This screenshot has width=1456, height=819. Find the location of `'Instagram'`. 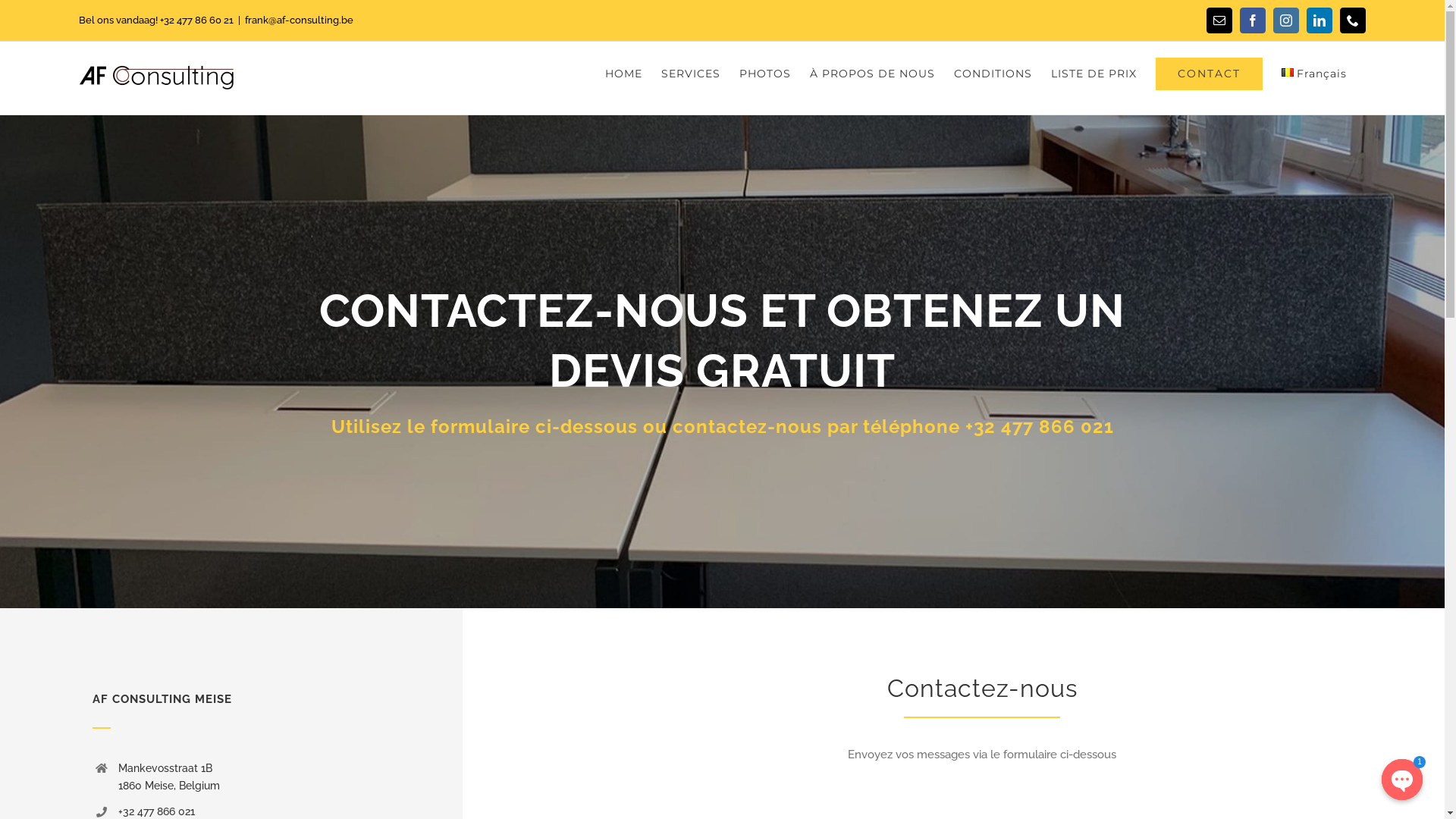

'Instagram' is located at coordinates (1285, 20).